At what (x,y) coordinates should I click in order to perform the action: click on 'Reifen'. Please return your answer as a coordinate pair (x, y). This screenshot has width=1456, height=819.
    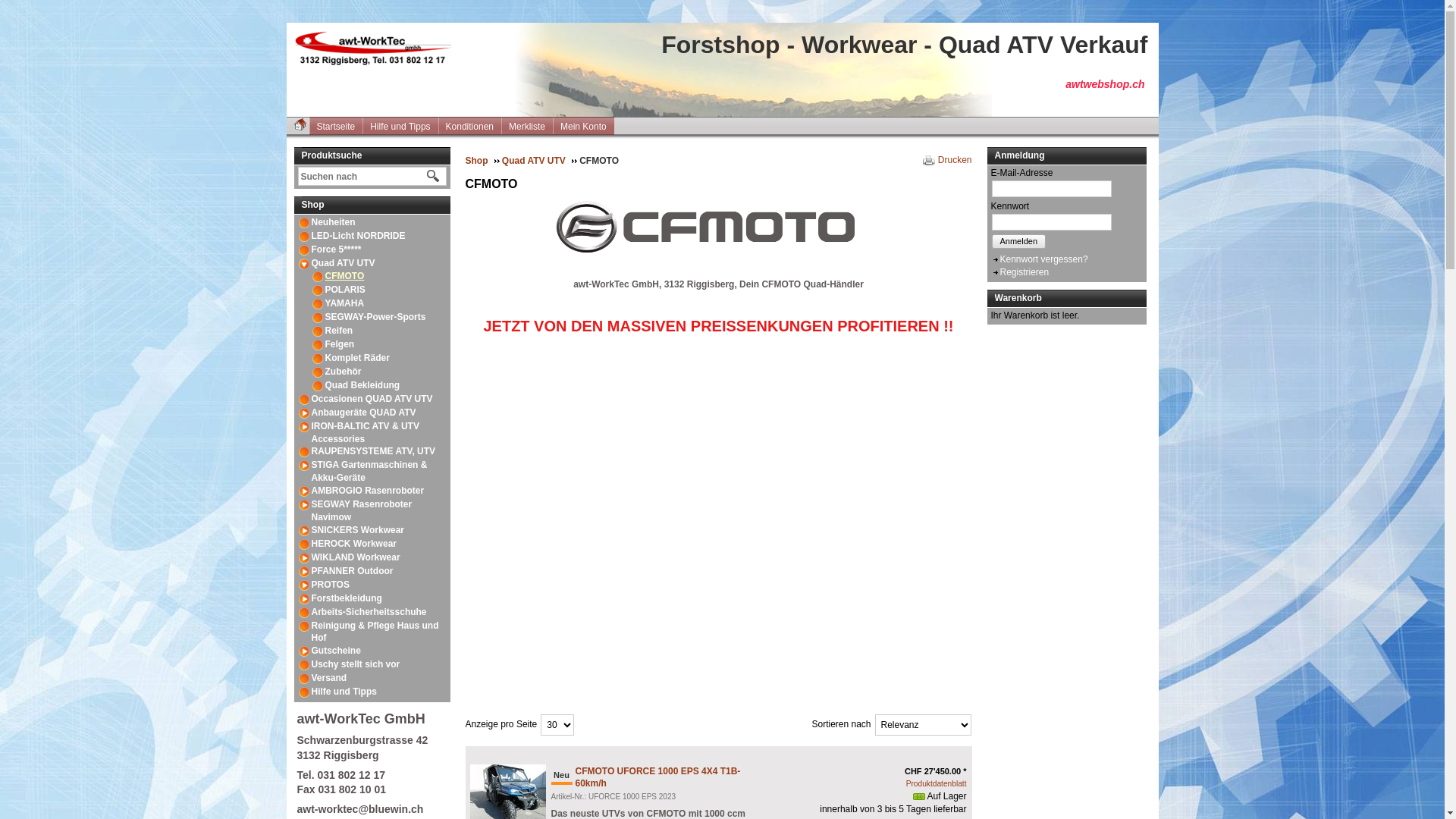
    Looking at the image, I should click on (338, 329).